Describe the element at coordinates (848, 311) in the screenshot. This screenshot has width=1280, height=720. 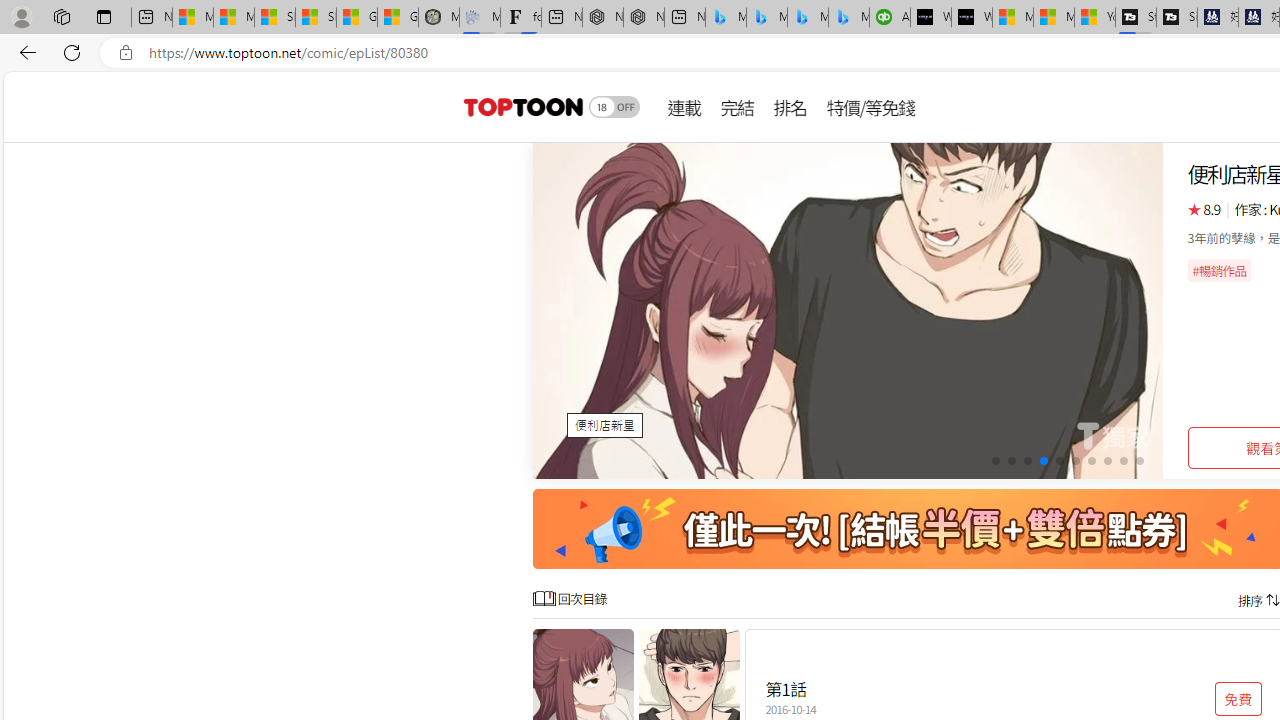
I see `'Class: swiper-slide swiper-slide-active'` at that location.